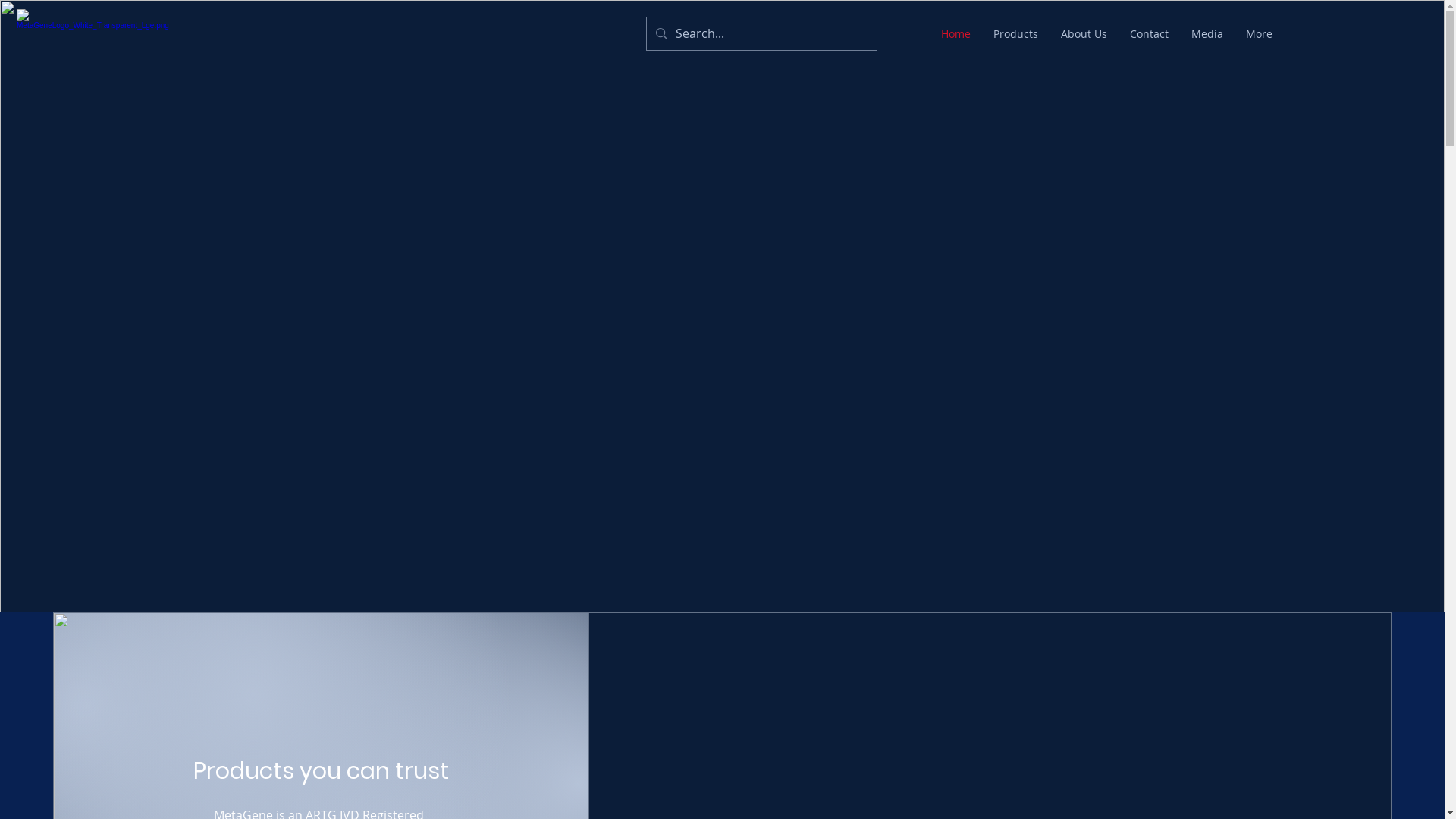 This screenshot has width=1456, height=819. I want to click on 'Home', so click(955, 34).